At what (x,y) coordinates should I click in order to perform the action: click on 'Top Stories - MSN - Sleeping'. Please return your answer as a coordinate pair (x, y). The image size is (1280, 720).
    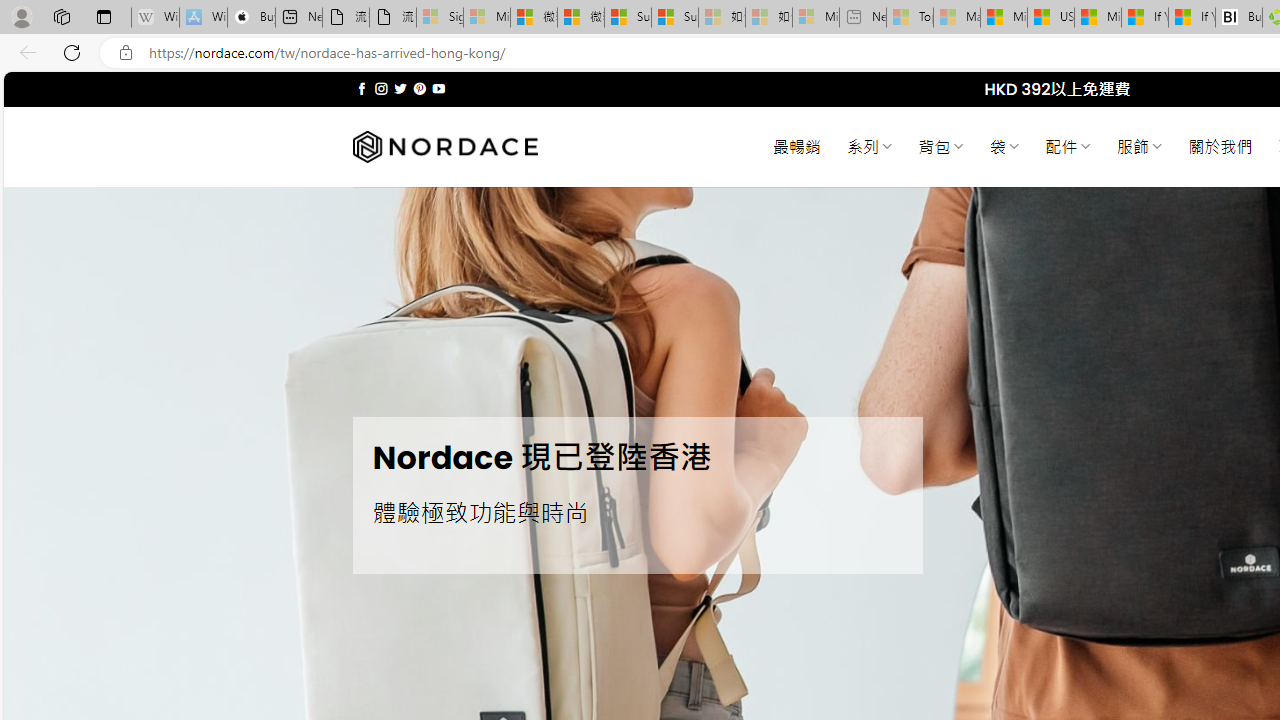
    Looking at the image, I should click on (909, 17).